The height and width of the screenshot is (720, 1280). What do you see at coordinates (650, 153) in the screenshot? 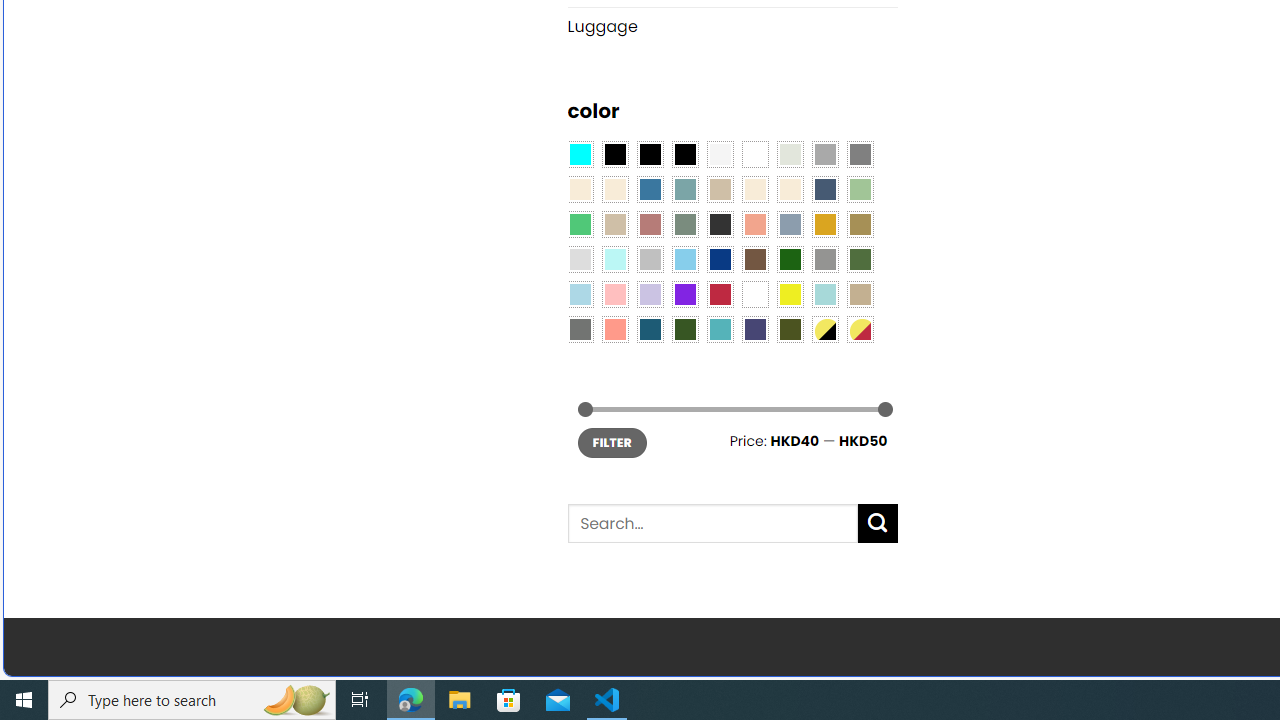
I see `'Black'` at bounding box center [650, 153].